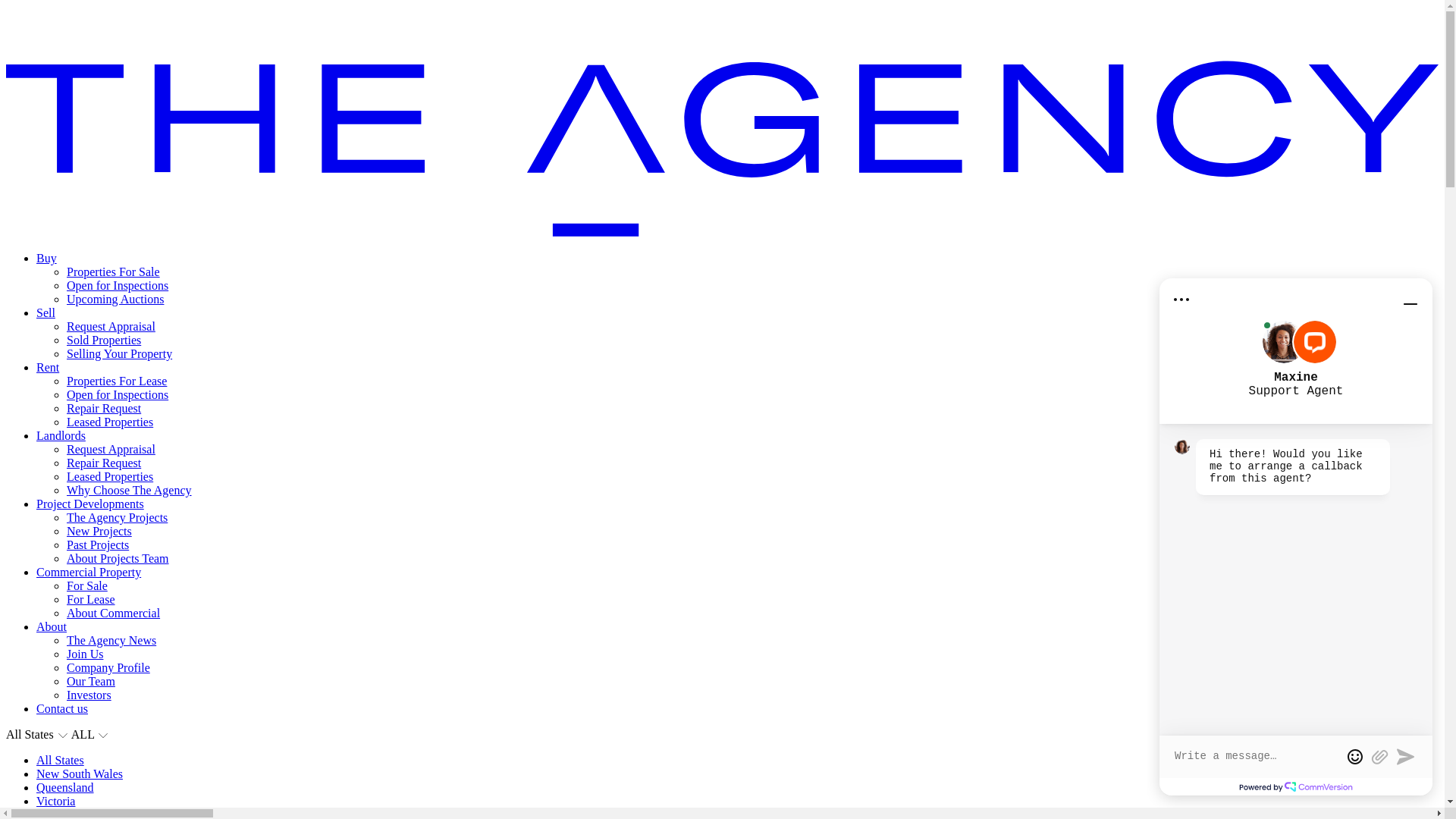 This screenshot has height=819, width=1456. Describe the element at coordinates (115, 299) in the screenshot. I see `'Upcoming Auctions'` at that location.